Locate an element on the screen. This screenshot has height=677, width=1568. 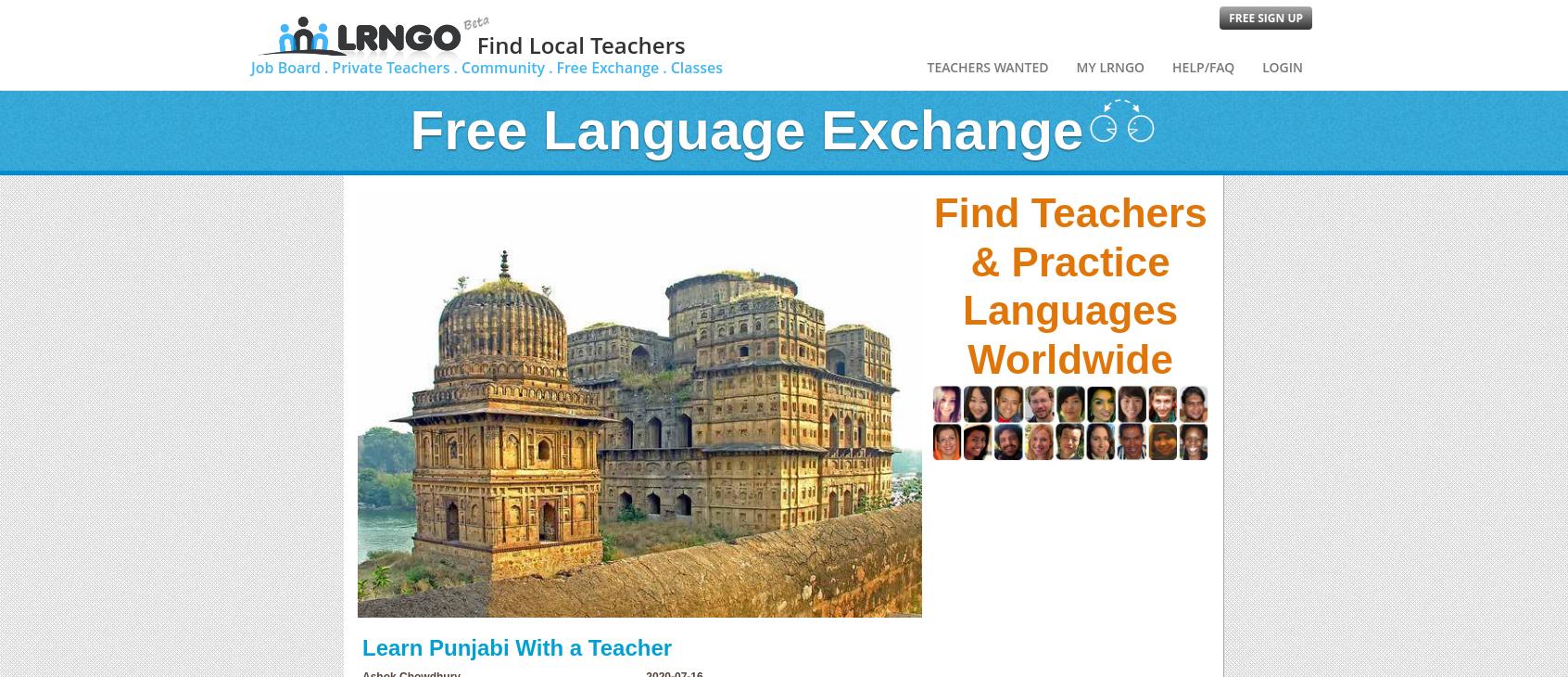
'Community .' is located at coordinates (506, 67).